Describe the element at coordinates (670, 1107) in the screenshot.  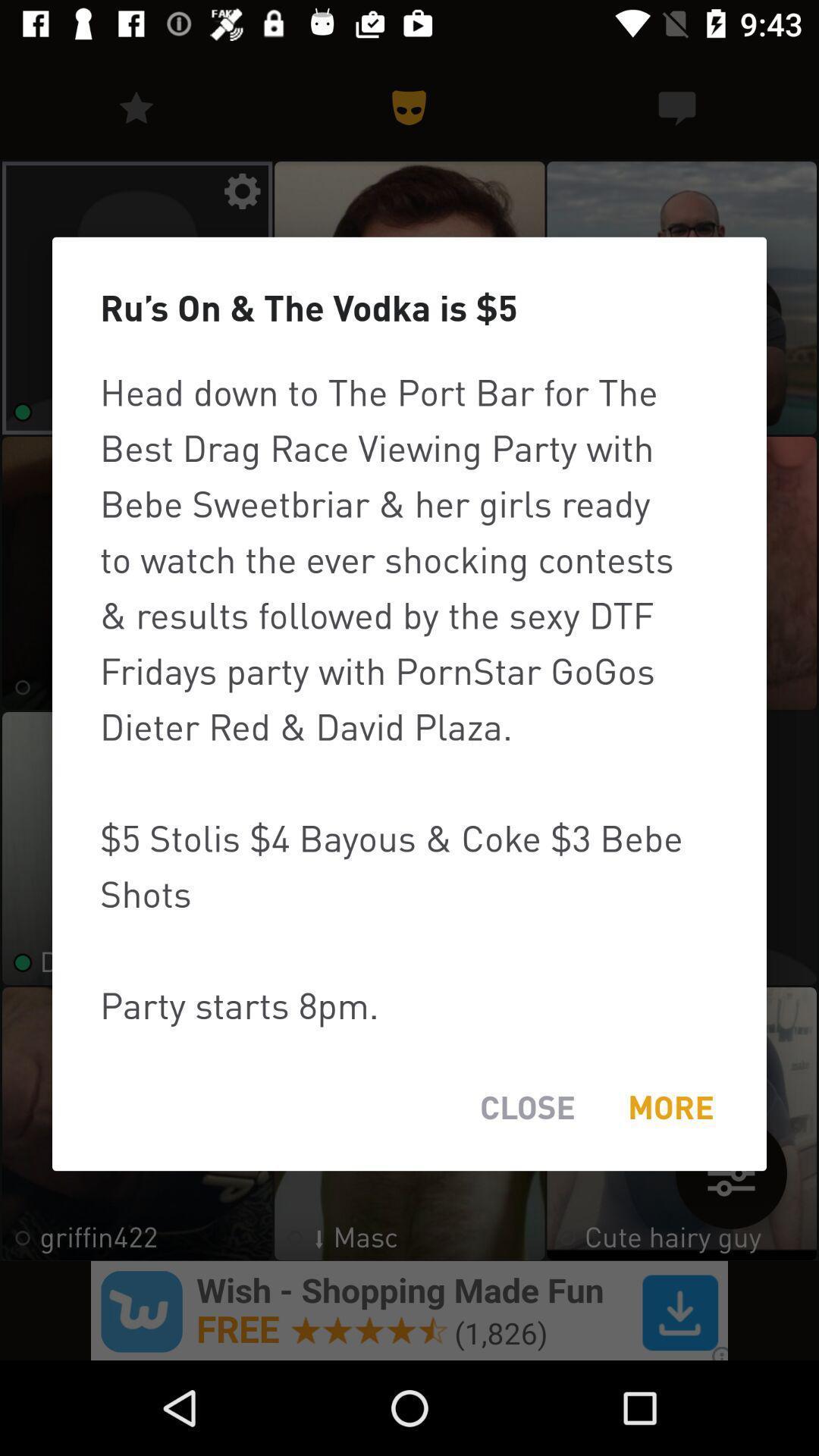
I see `item next to close` at that location.